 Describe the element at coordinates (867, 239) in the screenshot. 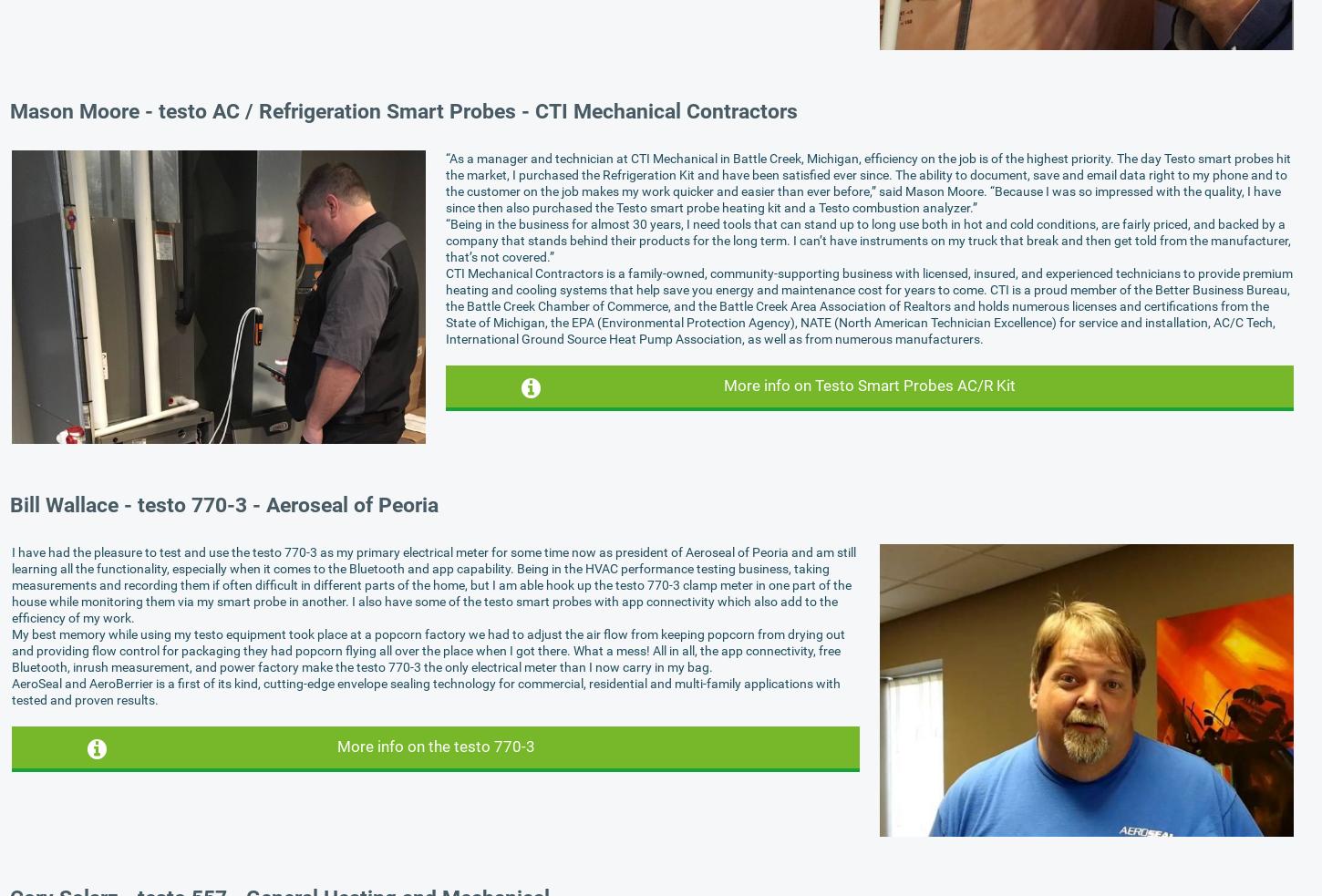

I see `'“Being in the business for almost 30 years, I need tools that can stand up to long use both in hot and cold conditions, are fairly priced, and backed by a company that stands behind their products for the long term. I can’t have instruments on my truck that break and then get told from the manufacturer, that’s not covered.”'` at that location.